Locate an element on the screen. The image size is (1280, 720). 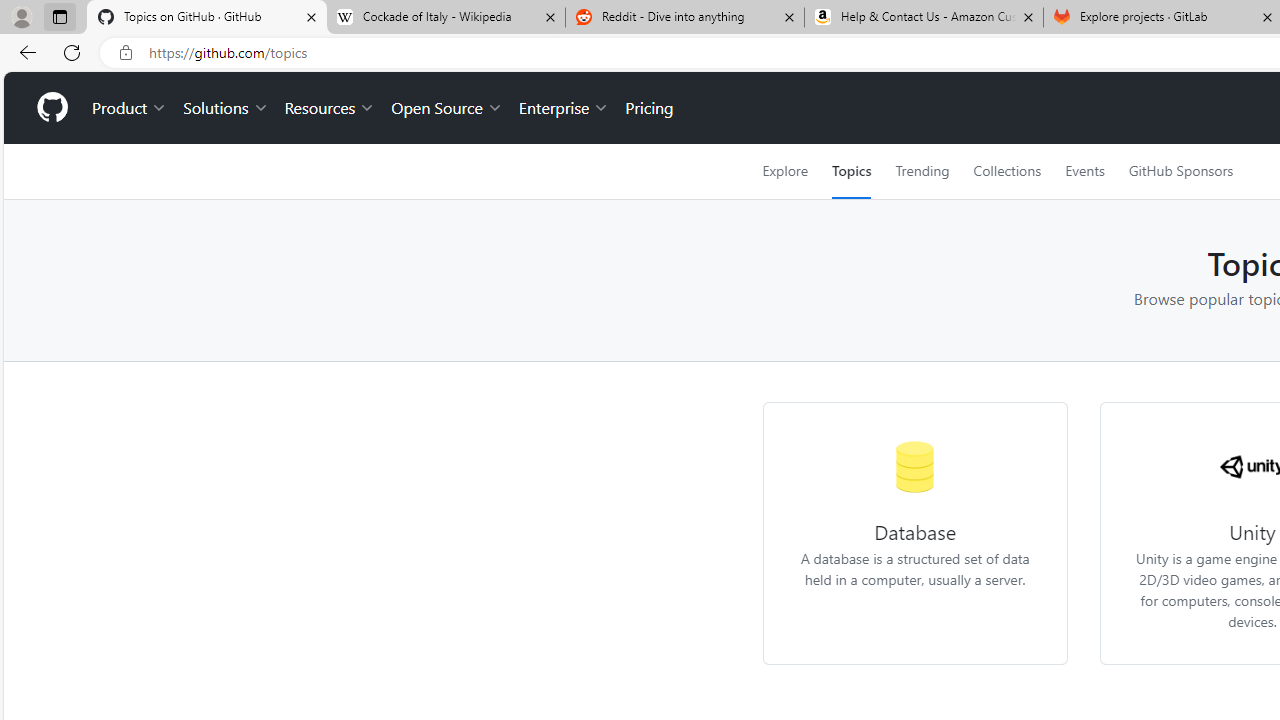
'Open Source' is located at coordinates (445, 108).